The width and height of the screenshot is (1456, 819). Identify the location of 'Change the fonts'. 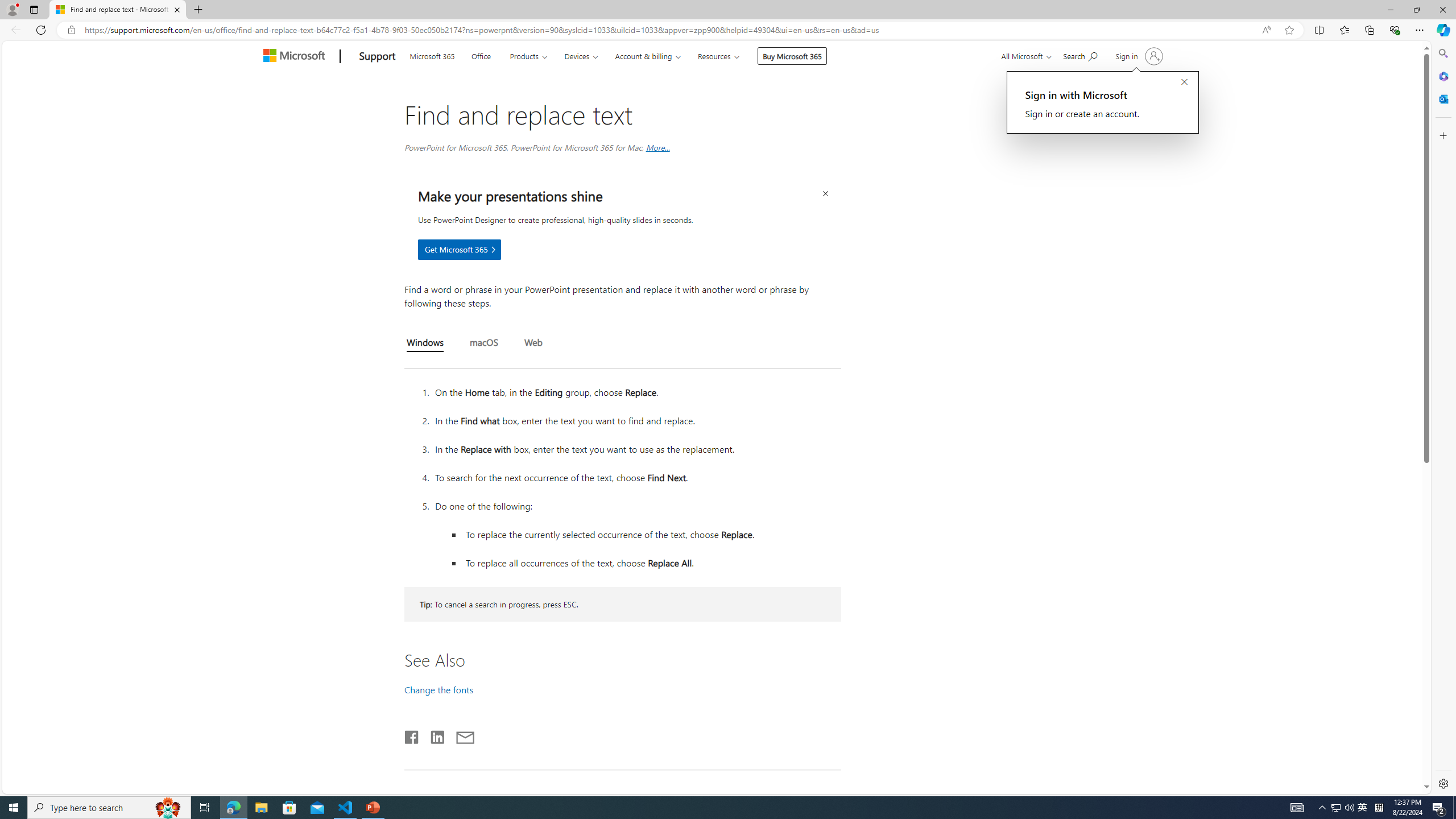
(438, 688).